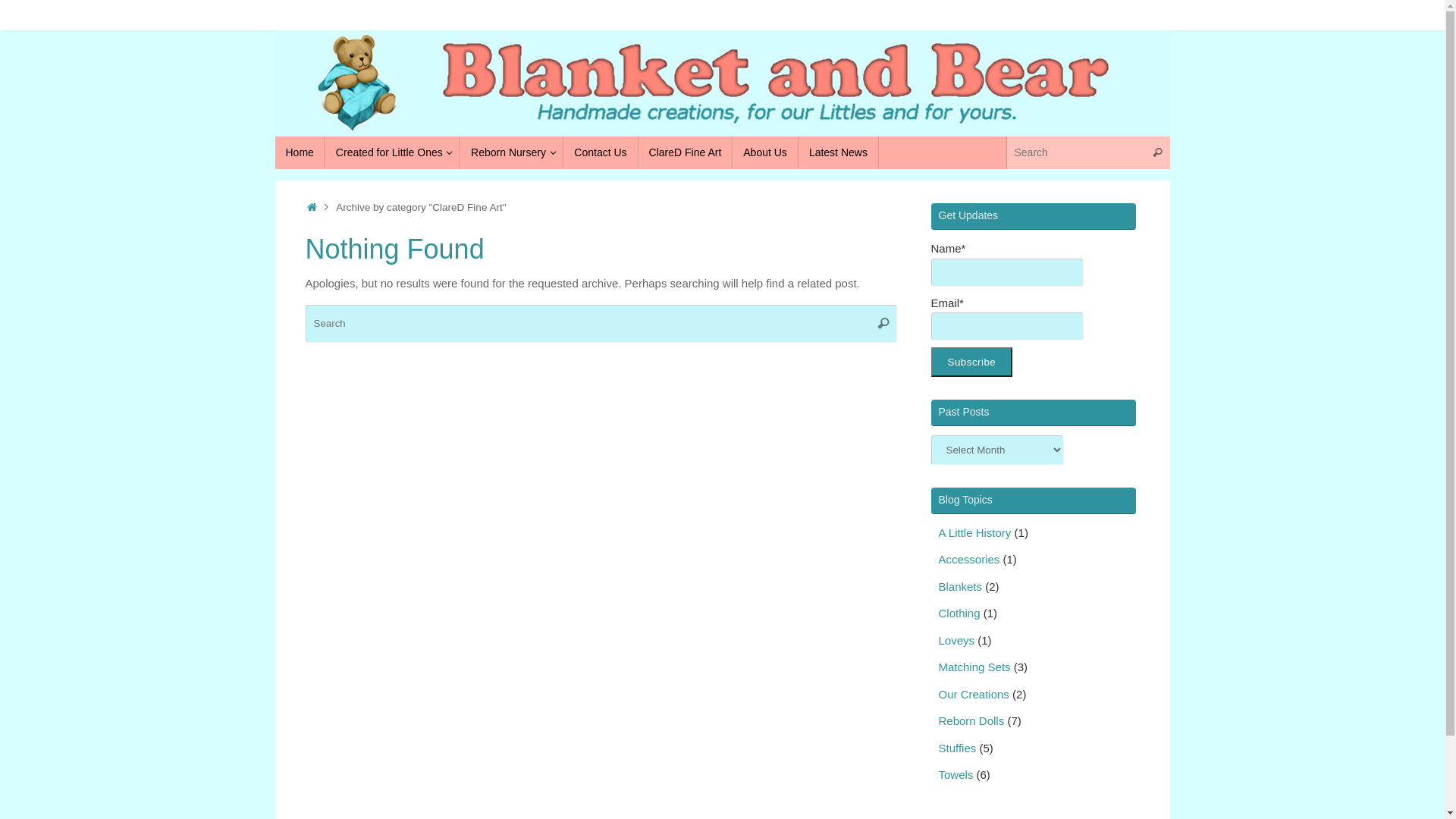 This screenshot has width=1456, height=819. Describe the element at coordinates (512, 152) in the screenshot. I see `'Reborn Nursery'` at that location.